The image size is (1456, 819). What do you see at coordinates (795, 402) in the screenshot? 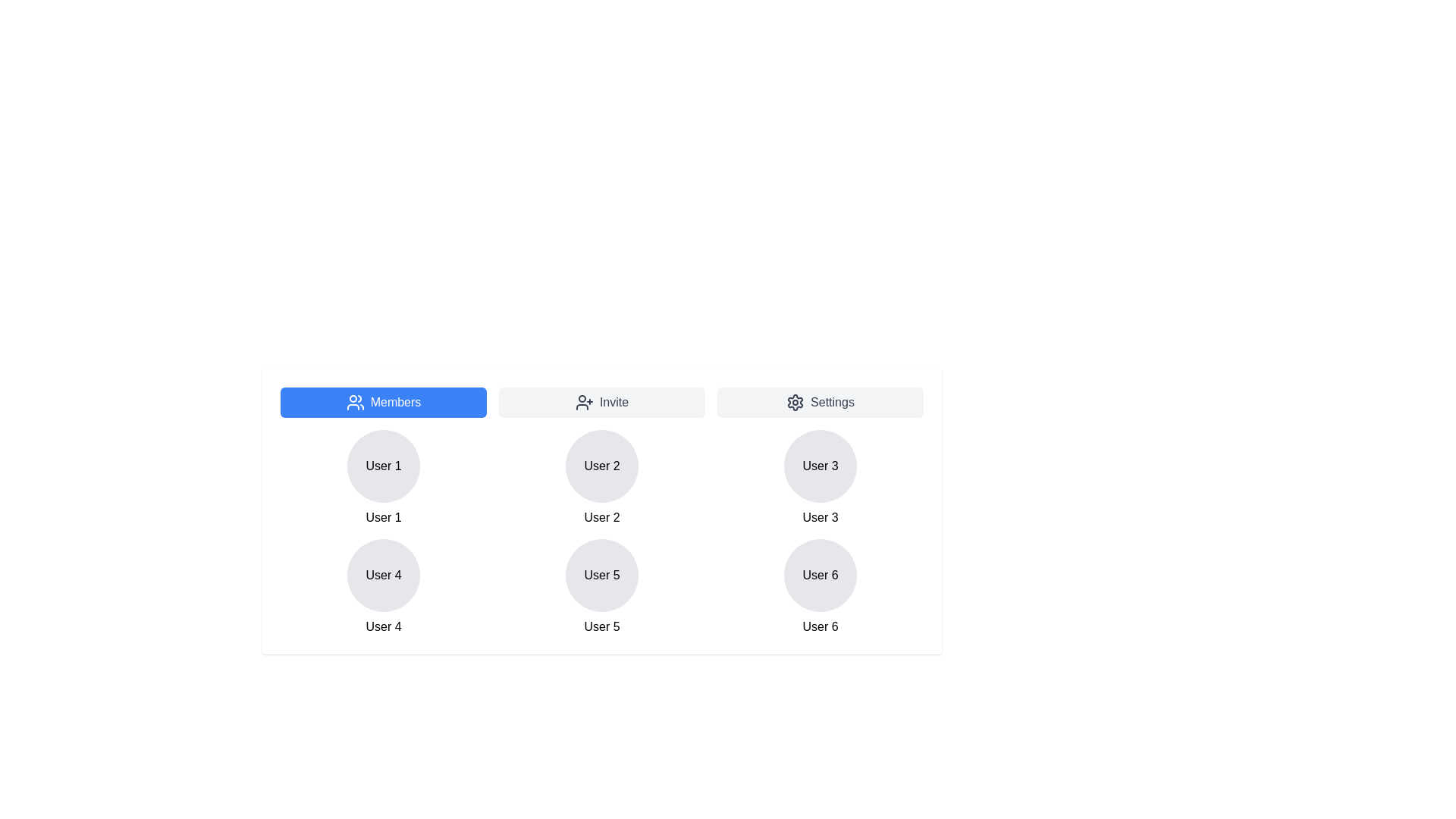
I see `the cog-shaped settings icon located in the upper-right corner of the interface` at bounding box center [795, 402].